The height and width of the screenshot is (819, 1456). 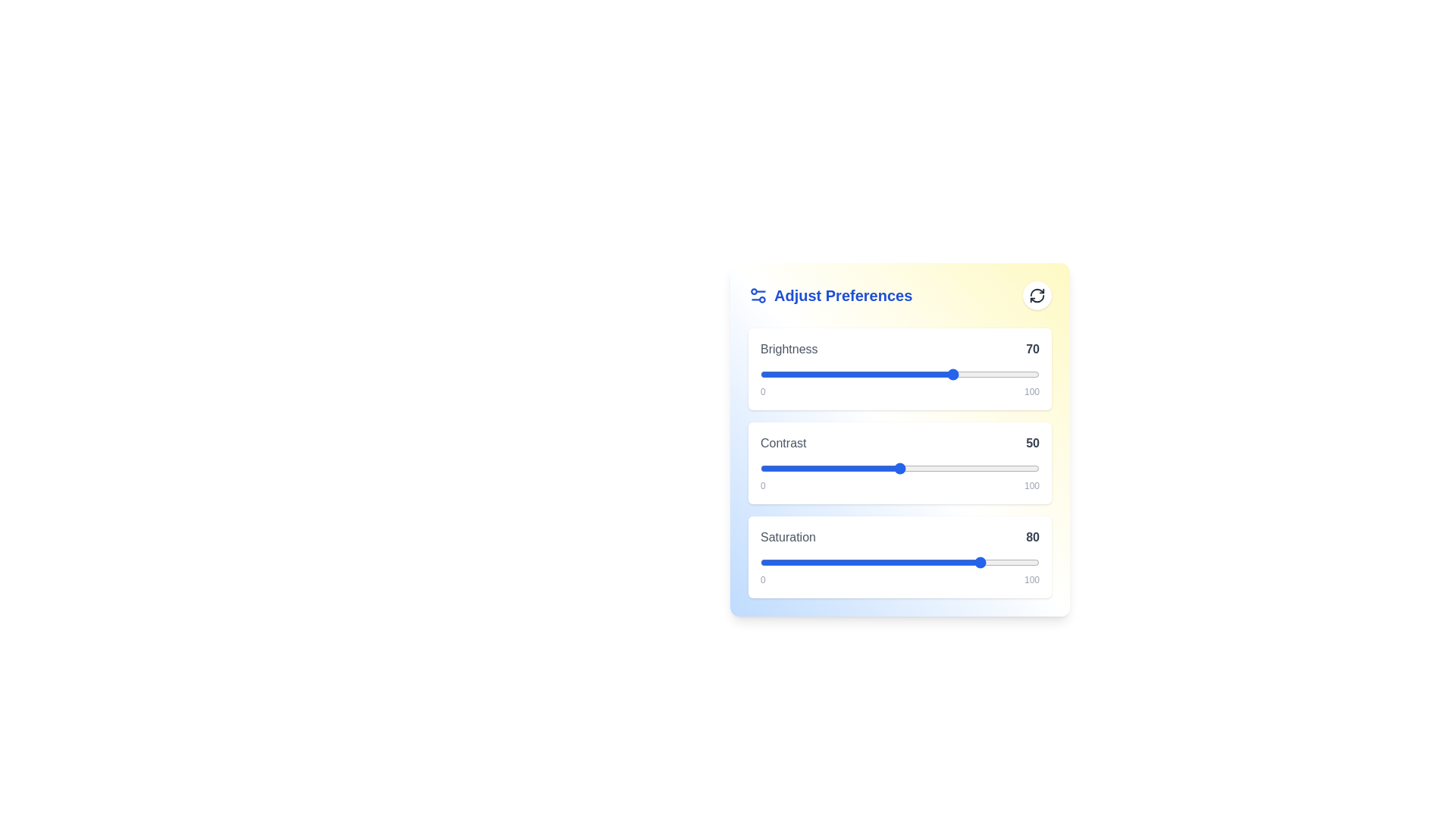 I want to click on brightness, so click(x=874, y=374).